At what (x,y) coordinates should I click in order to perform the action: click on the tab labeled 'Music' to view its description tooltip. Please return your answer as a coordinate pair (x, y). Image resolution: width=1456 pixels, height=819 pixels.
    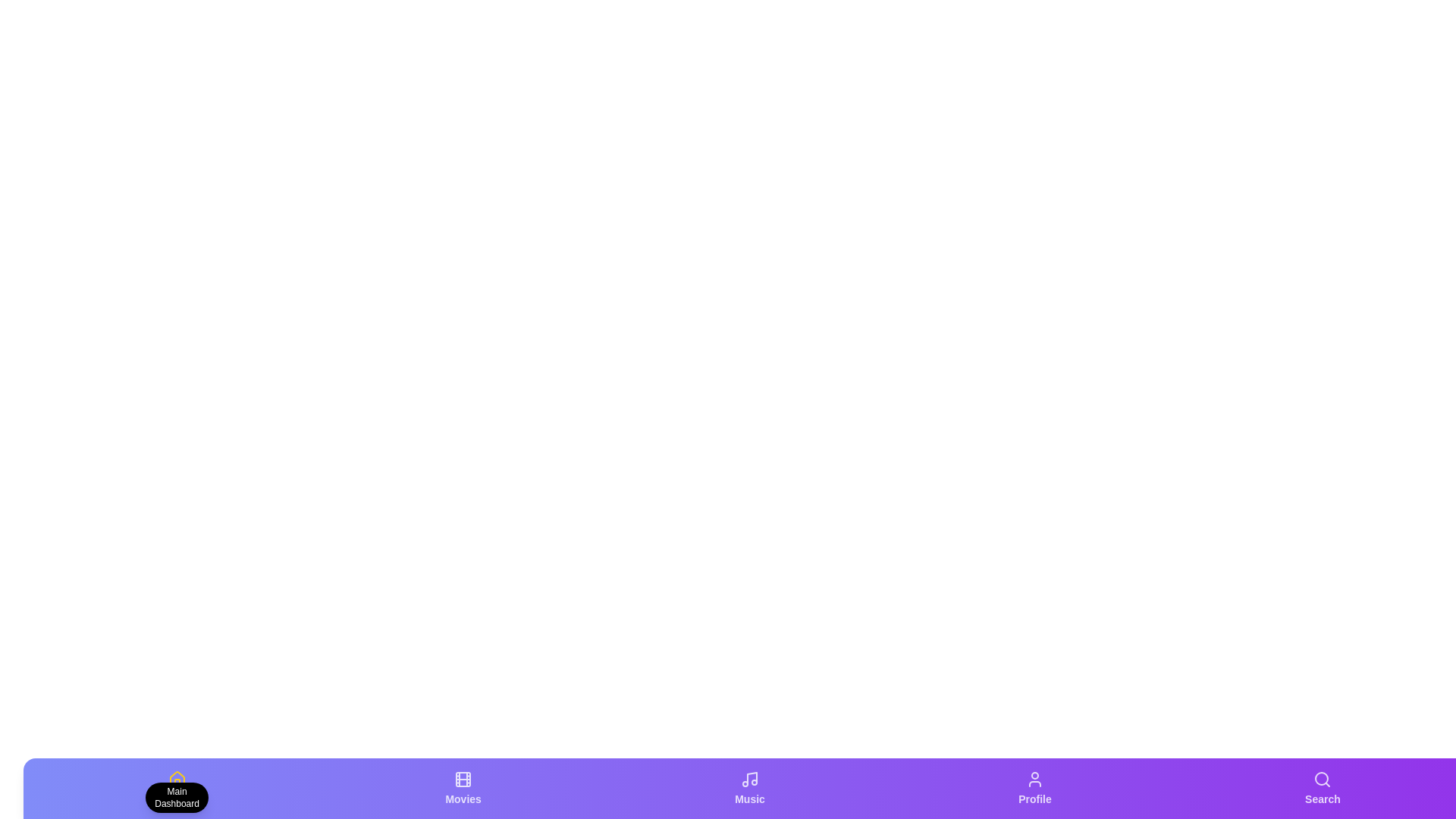
    Looking at the image, I should click on (749, 788).